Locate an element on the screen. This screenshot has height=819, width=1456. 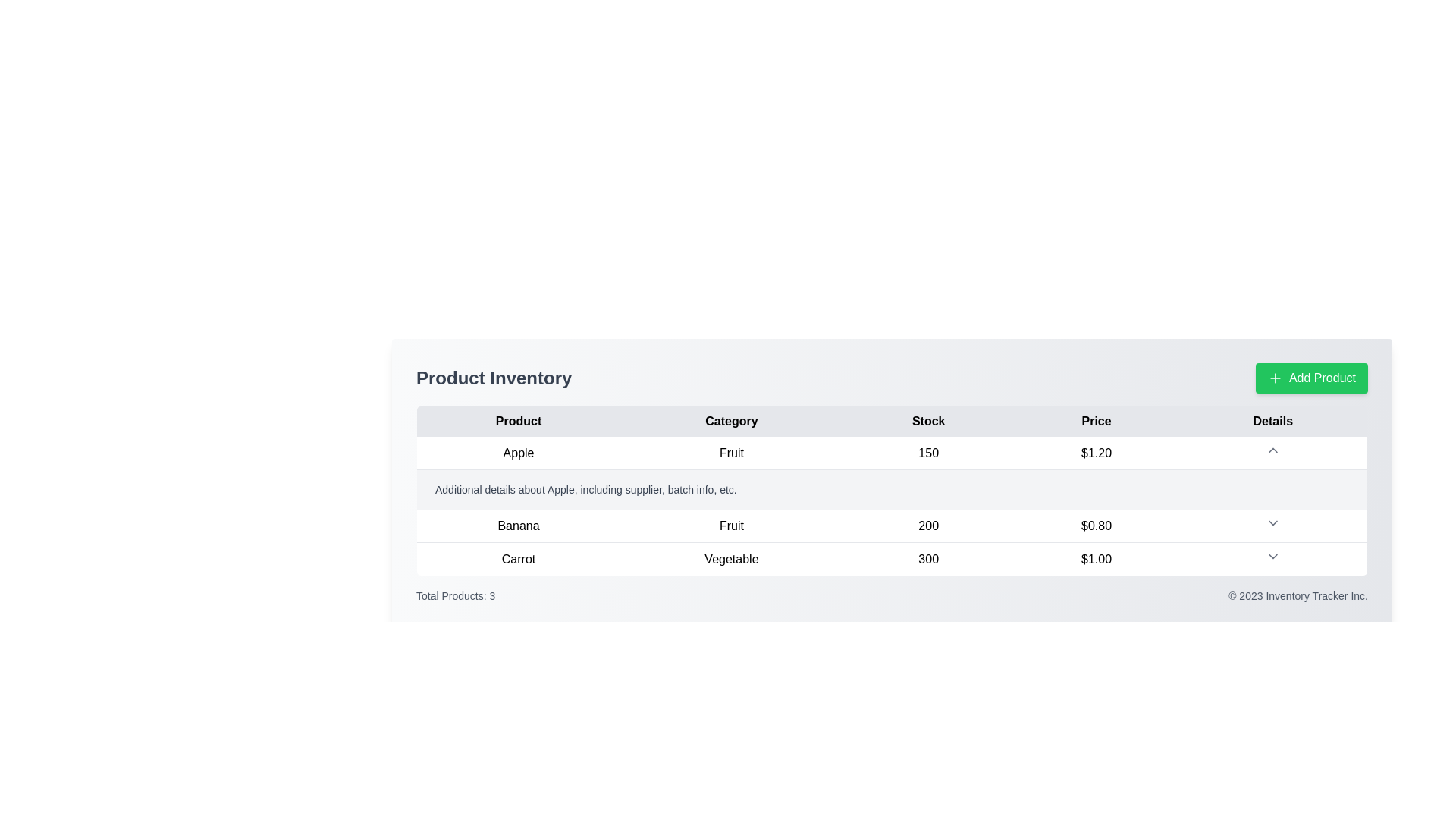
the first row of the product inventory table is located at coordinates (892, 452).